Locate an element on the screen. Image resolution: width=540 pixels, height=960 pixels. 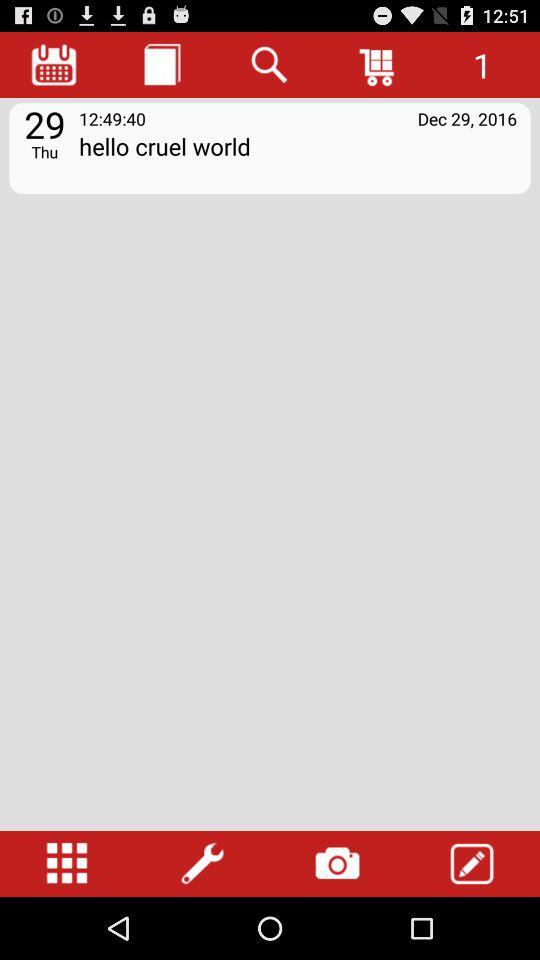
search button is located at coordinates (270, 64).